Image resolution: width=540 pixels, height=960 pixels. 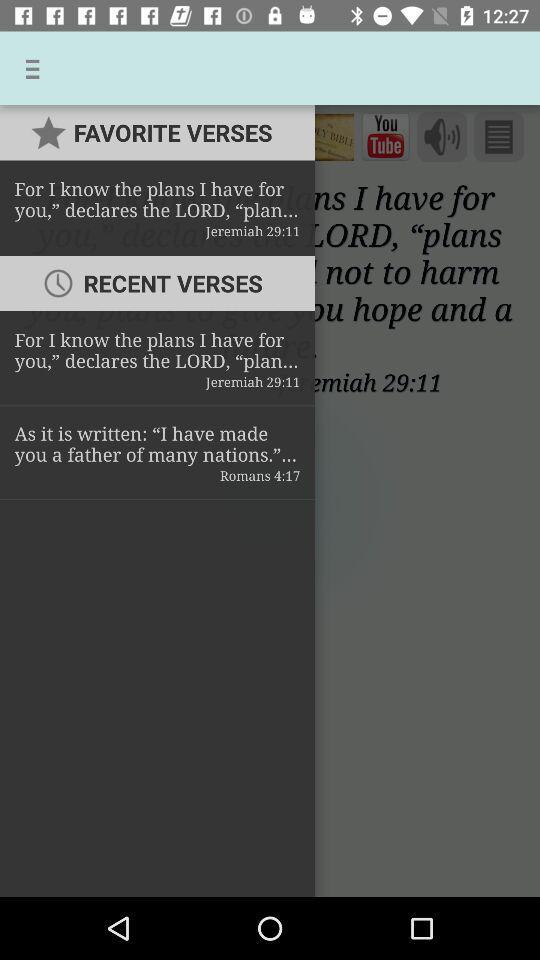 What do you see at coordinates (442, 136) in the screenshot?
I see `the volume icon` at bounding box center [442, 136].